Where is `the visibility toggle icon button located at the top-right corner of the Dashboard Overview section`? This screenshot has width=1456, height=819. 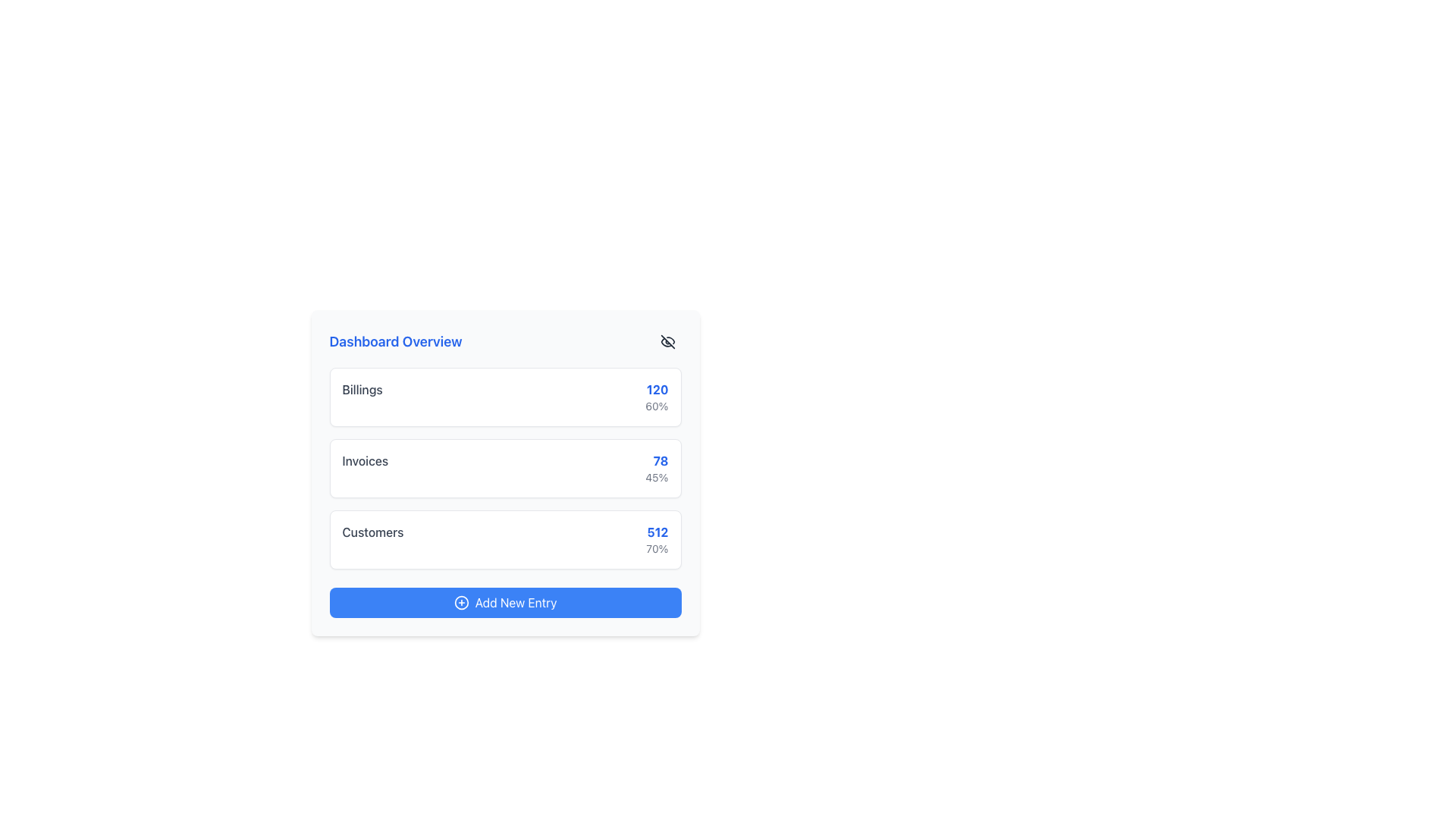 the visibility toggle icon button located at the top-right corner of the Dashboard Overview section is located at coordinates (667, 342).